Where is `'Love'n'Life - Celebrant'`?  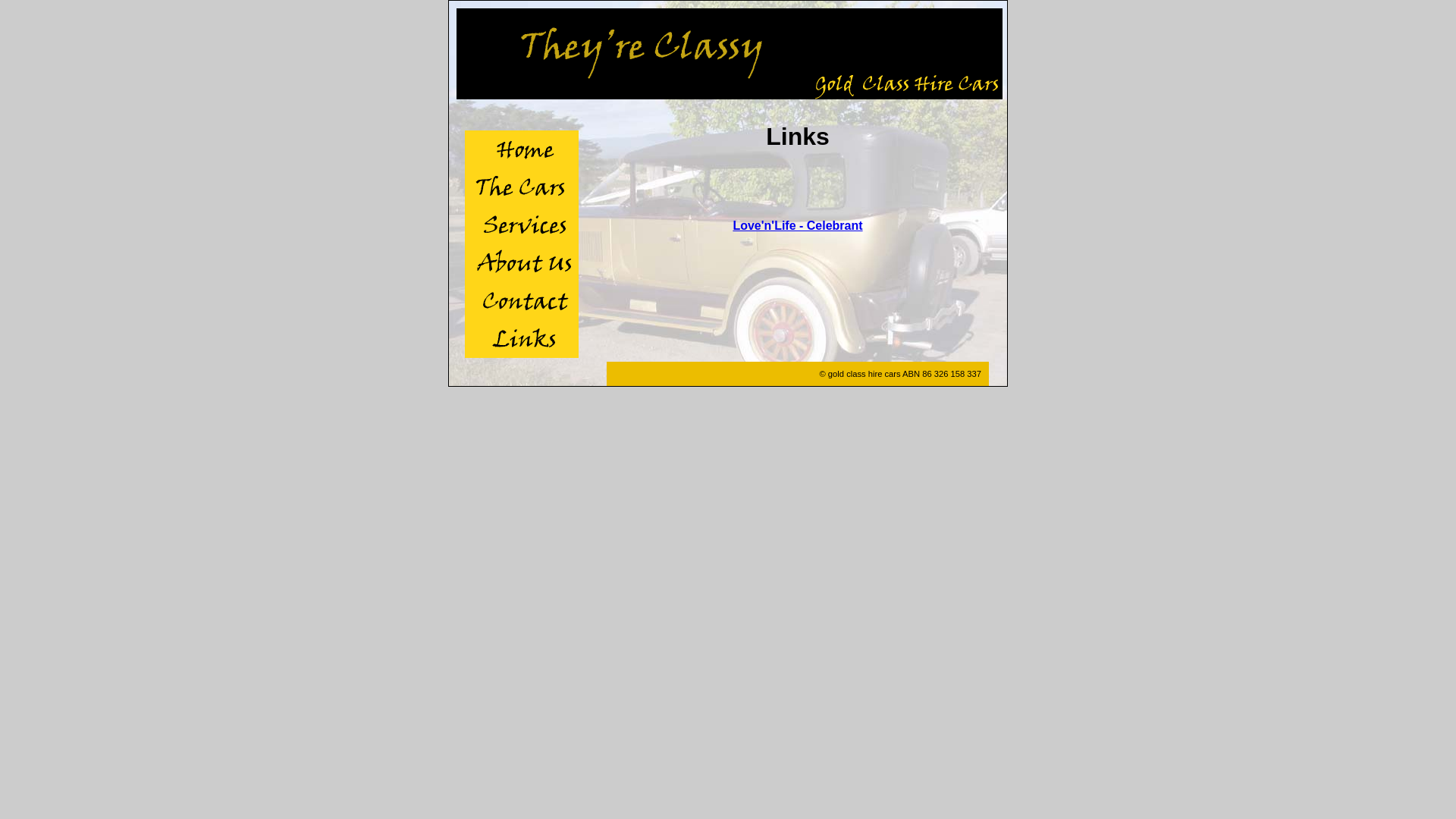 'Love'n'Life - Celebrant' is located at coordinates (732, 225).